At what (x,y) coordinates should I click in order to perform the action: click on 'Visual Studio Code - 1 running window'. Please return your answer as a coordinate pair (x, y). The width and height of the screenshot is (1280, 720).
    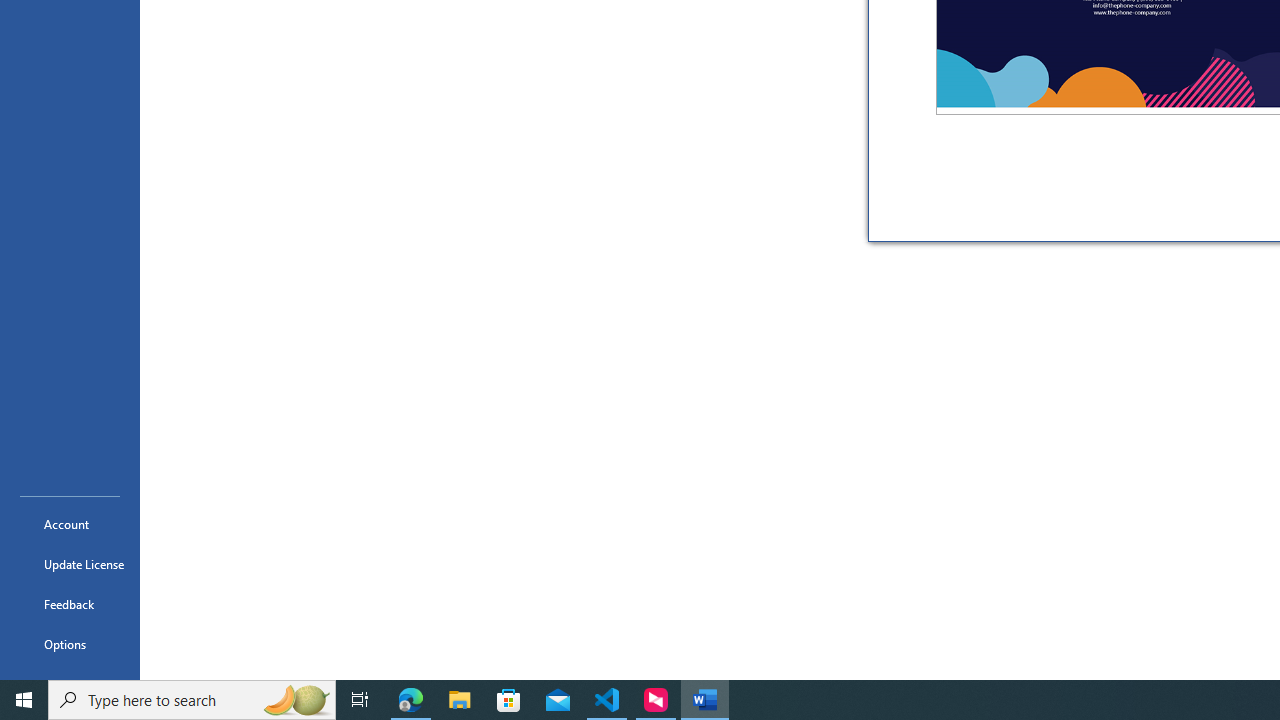
    Looking at the image, I should click on (606, 698).